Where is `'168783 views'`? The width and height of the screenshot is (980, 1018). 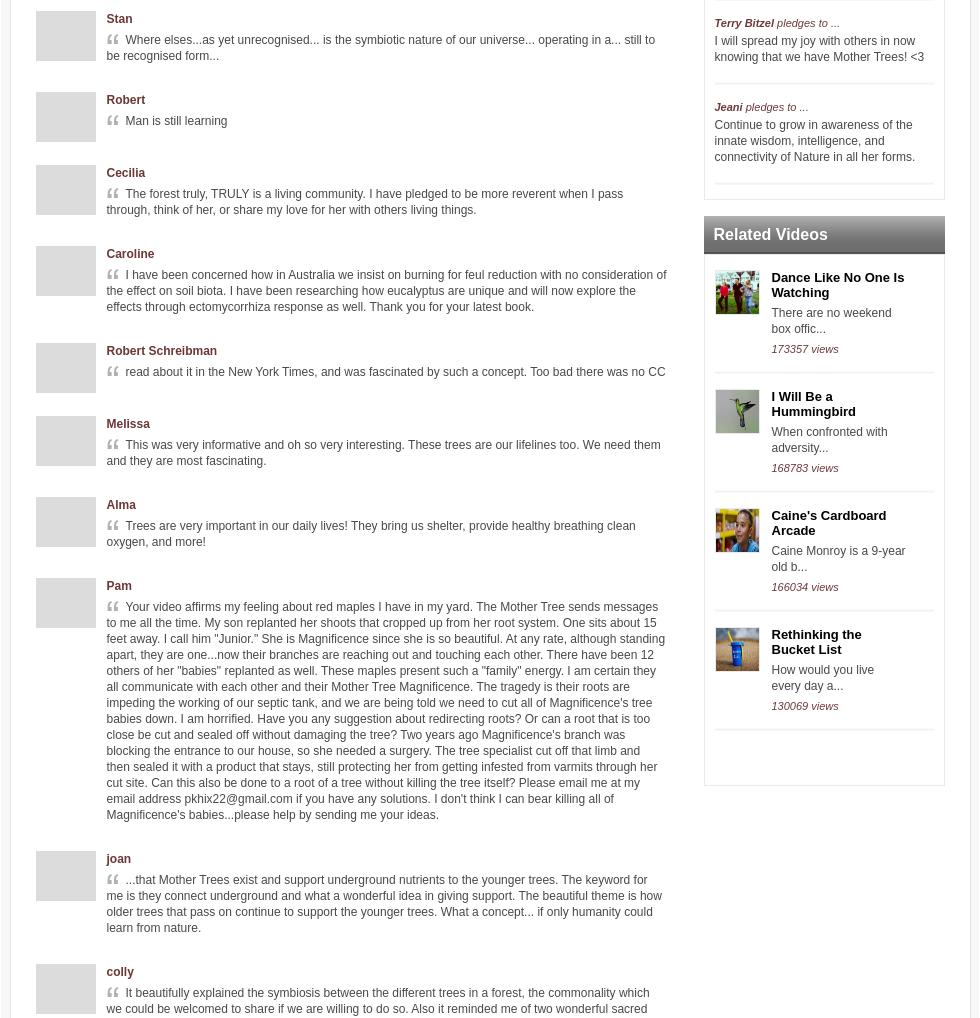 '168783 views' is located at coordinates (804, 467).